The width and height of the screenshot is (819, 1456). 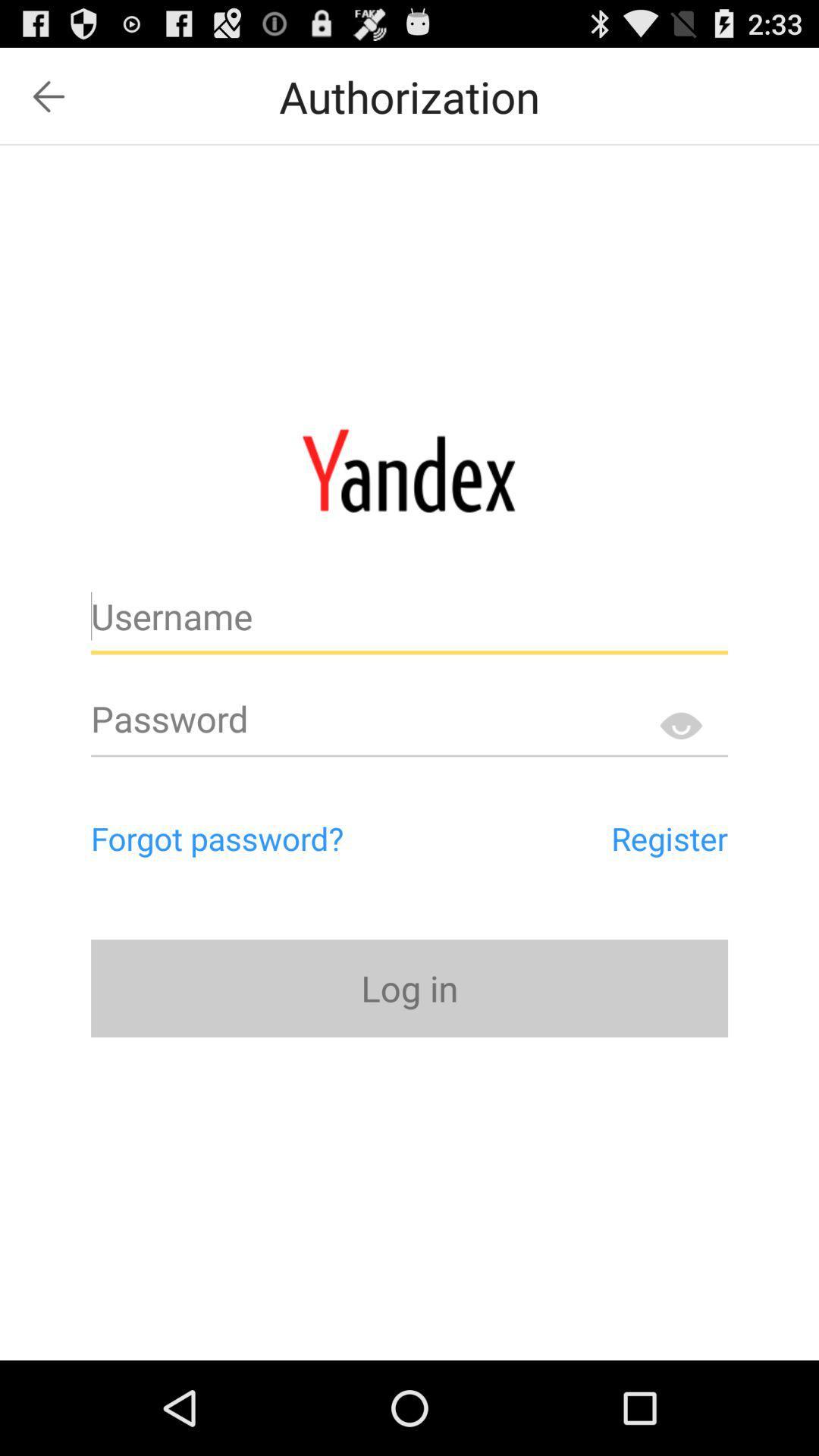 I want to click on username, so click(x=409, y=623).